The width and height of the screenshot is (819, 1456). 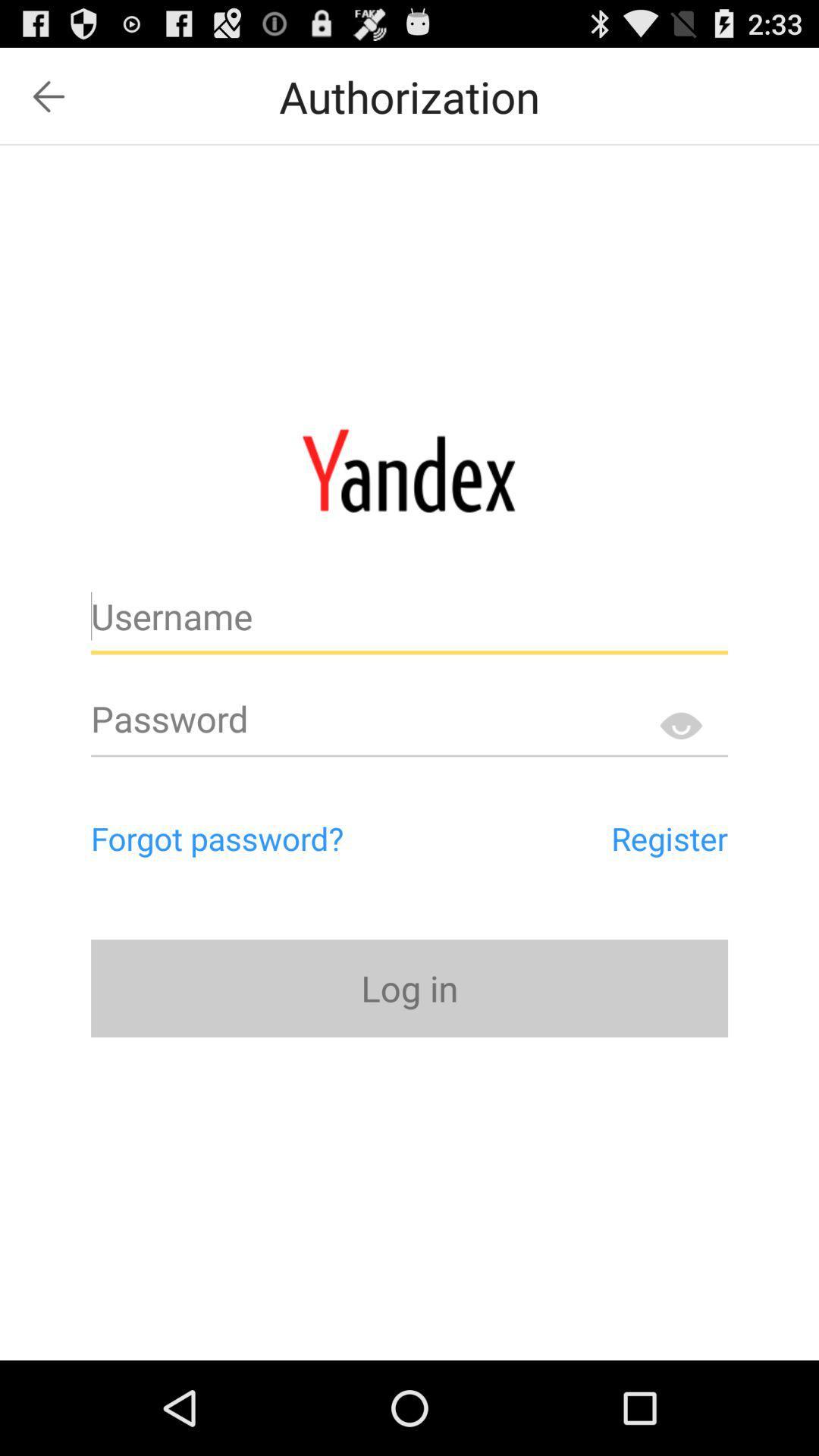 I want to click on username, so click(x=409, y=623).